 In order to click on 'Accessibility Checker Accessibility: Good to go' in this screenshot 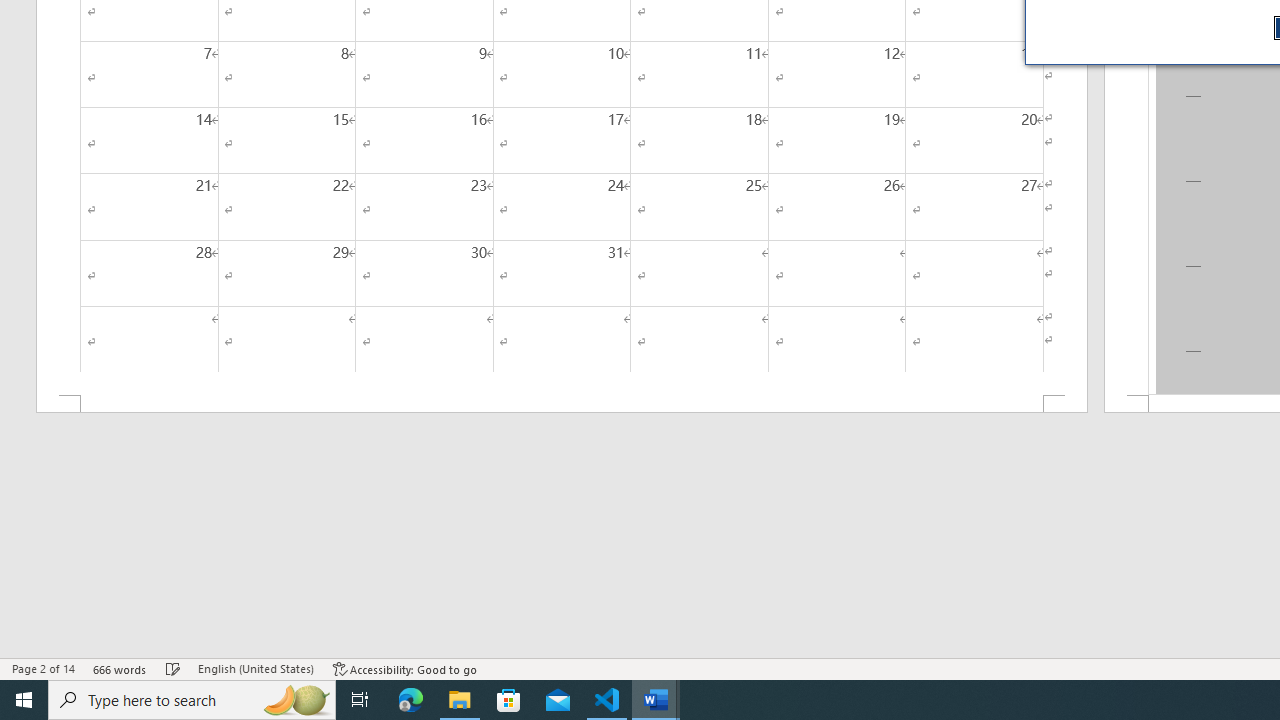, I will do `click(404, 669)`.